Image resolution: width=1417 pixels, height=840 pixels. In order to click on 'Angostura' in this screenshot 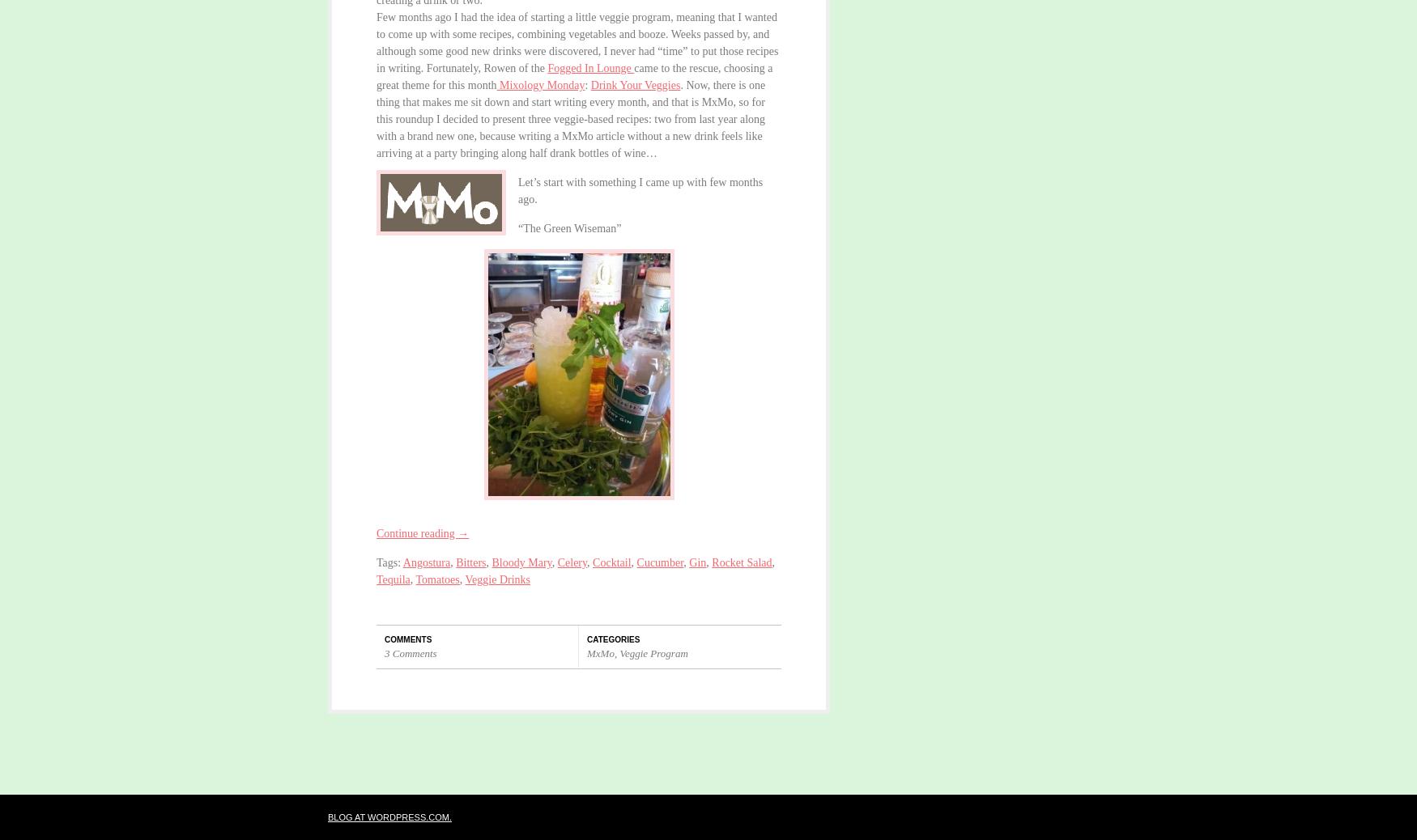, I will do `click(425, 562)`.